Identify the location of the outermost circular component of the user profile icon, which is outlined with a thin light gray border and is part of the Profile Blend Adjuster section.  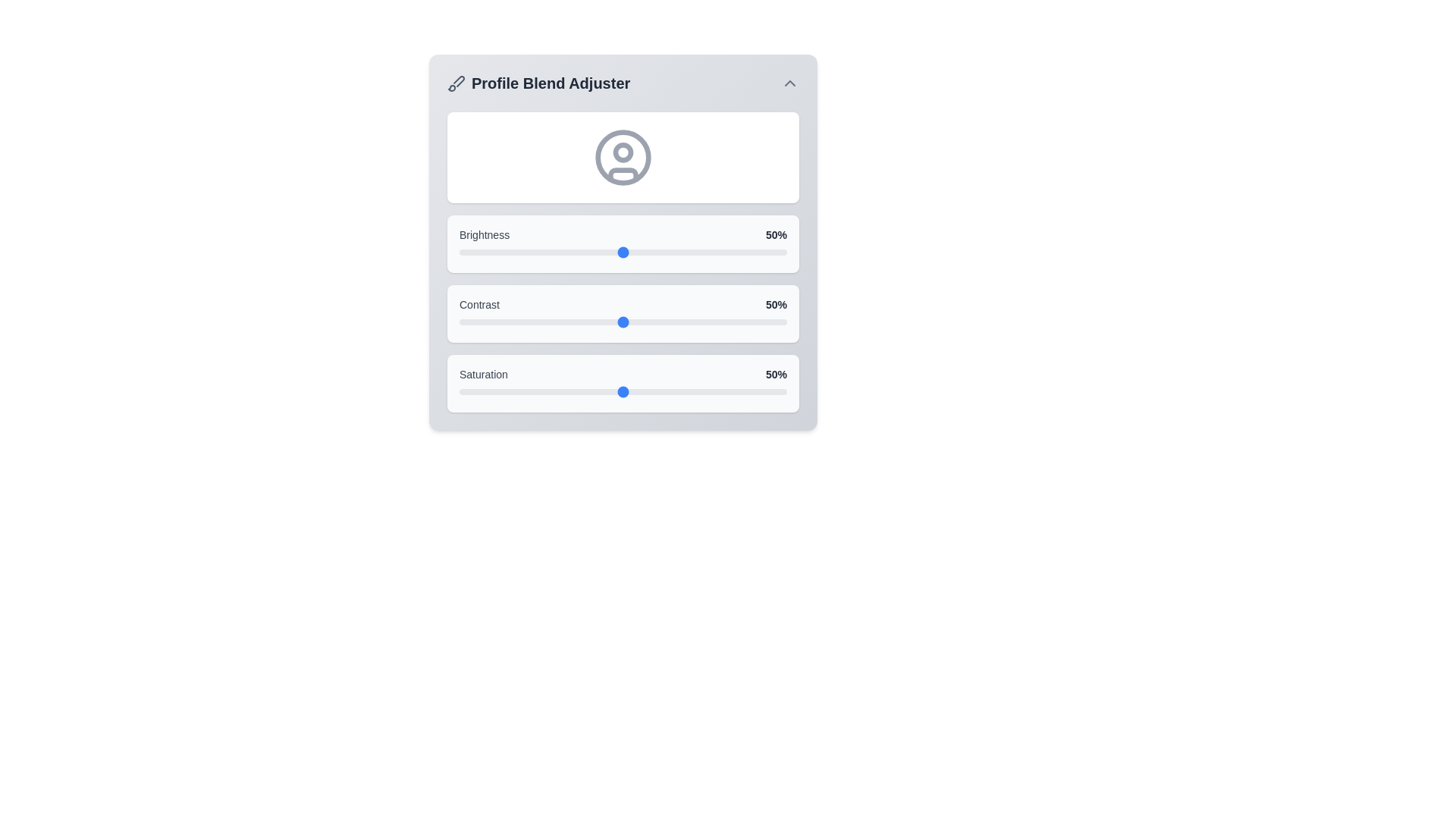
(623, 158).